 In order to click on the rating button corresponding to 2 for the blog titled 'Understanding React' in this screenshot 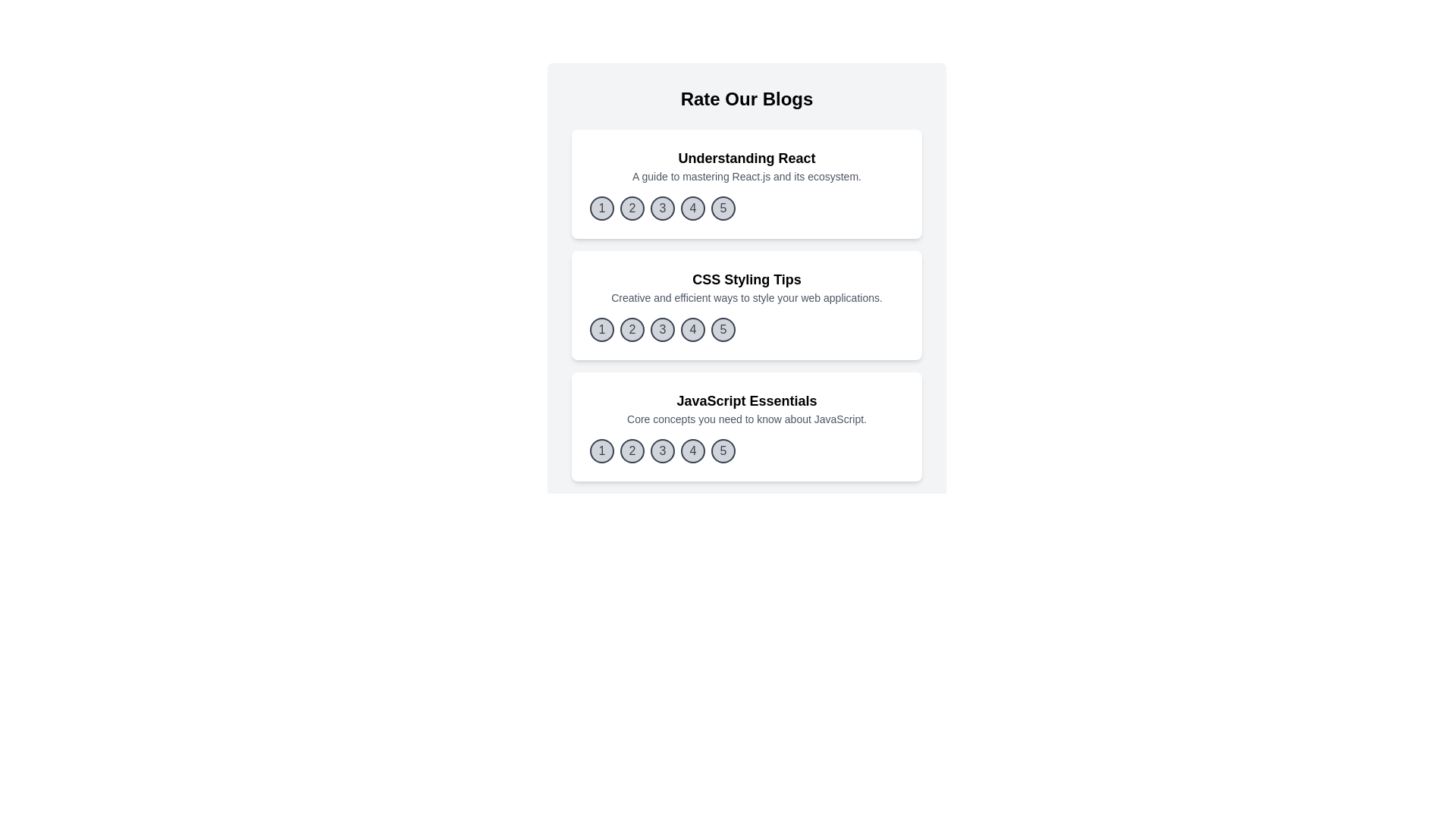, I will do `click(632, 208)`.